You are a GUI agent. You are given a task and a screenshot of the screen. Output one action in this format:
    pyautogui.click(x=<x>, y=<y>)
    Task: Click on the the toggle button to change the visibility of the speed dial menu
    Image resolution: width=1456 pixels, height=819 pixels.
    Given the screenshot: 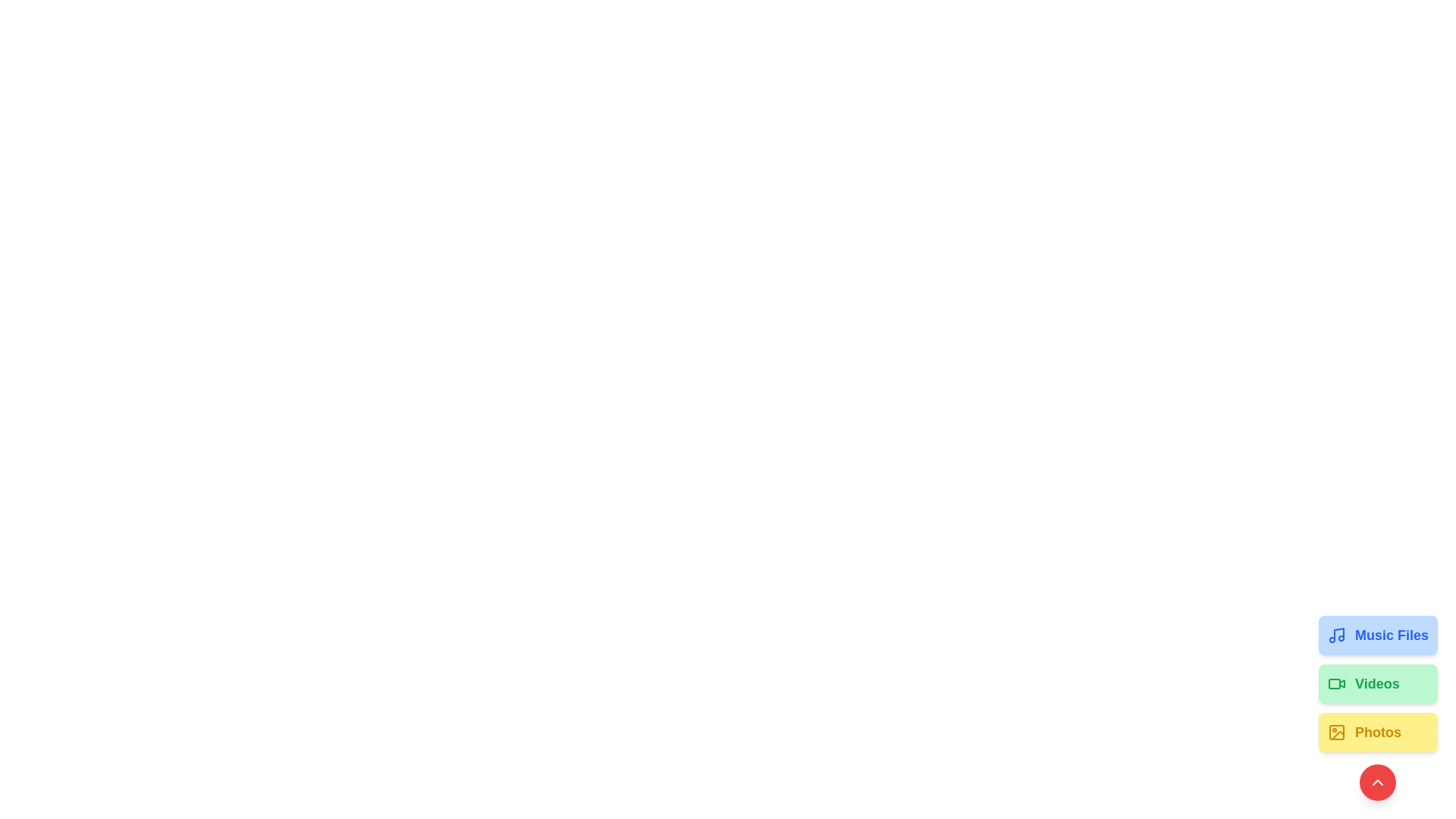 What is the action you would take?
    pyautogui.click(x=1378, y=783)
    